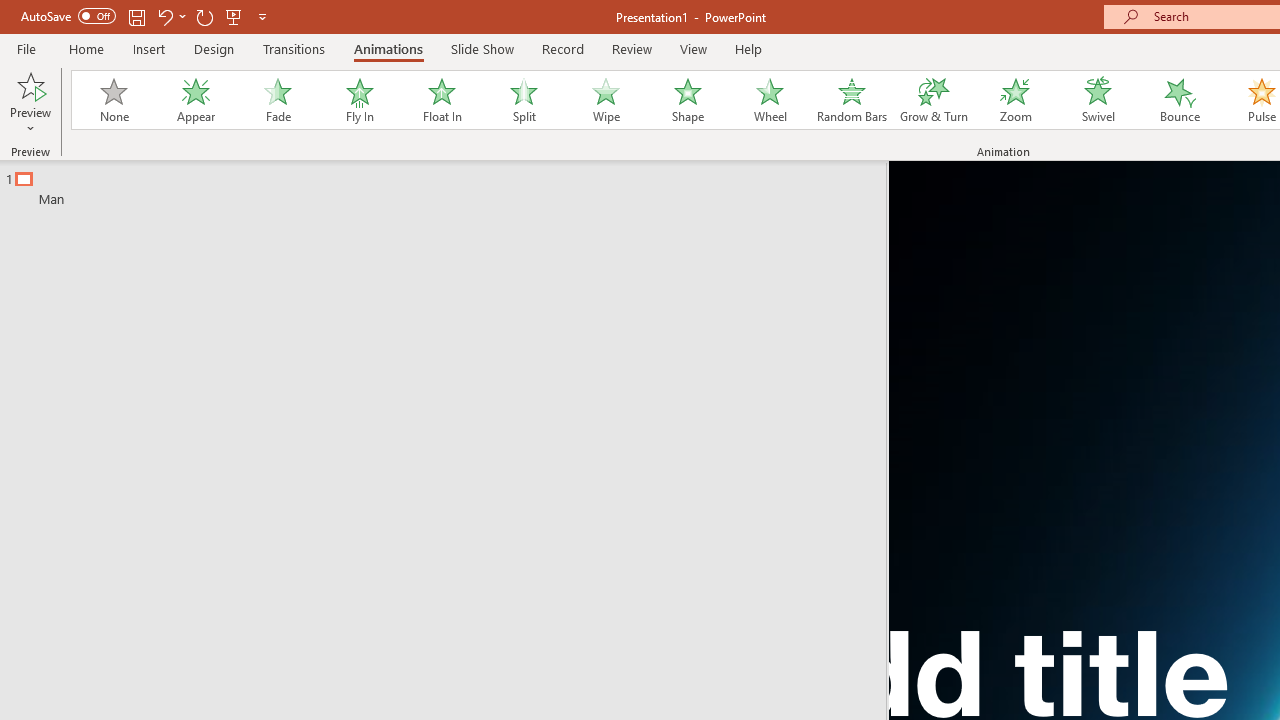 This screenshot has width=1280, height=720. What do you see at coordinates (852, 100) in the screenshot?
I see `'Random Bars'` at bounding box center [852, 100].